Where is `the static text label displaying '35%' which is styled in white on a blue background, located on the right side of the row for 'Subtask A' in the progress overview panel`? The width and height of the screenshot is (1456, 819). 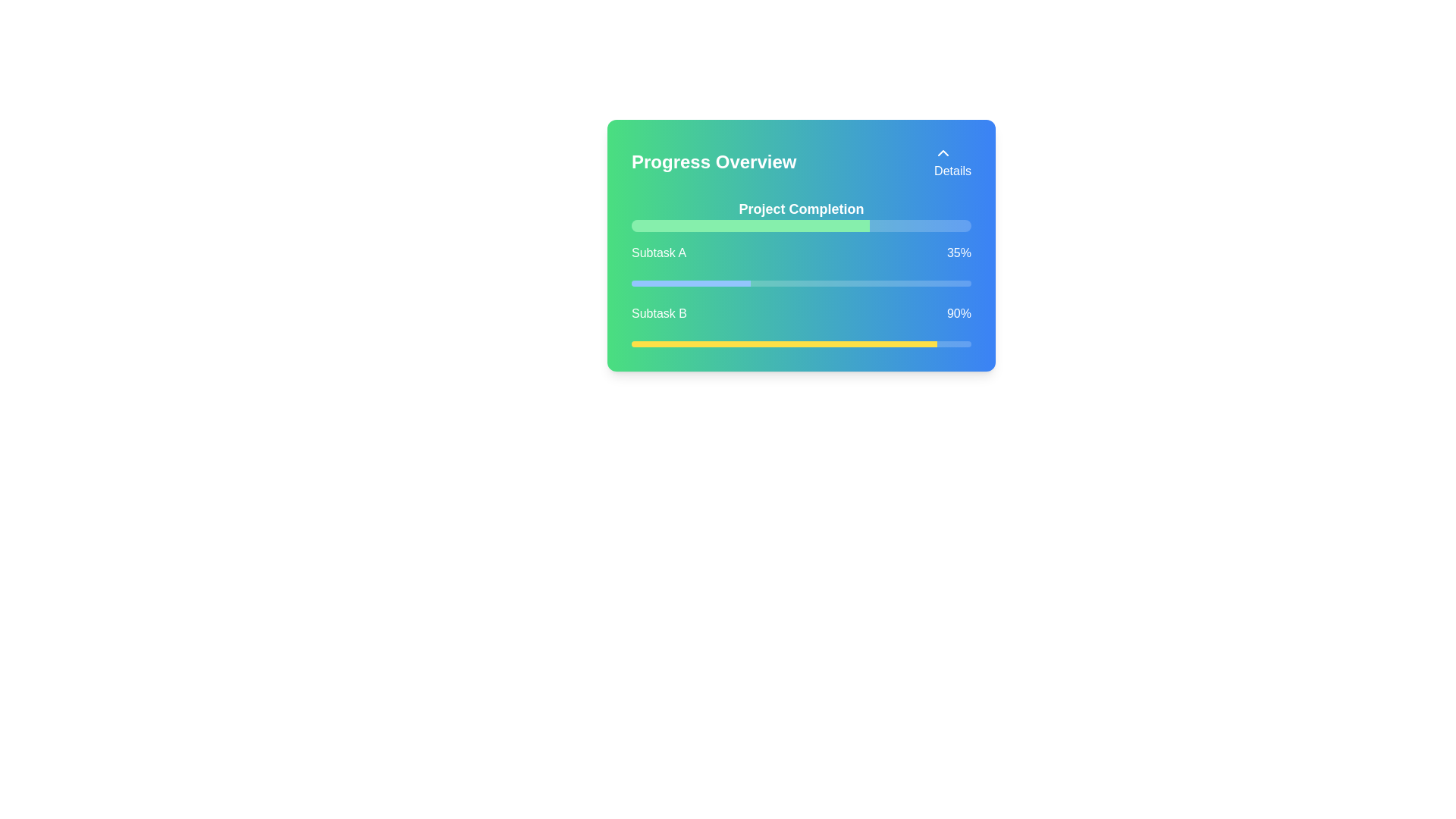
the static text label displaying '35%' which is styled in white on a blue background, located on the right side of the row for 'Subtask A' in the progress overview panel is located at coordinates (958, 253).